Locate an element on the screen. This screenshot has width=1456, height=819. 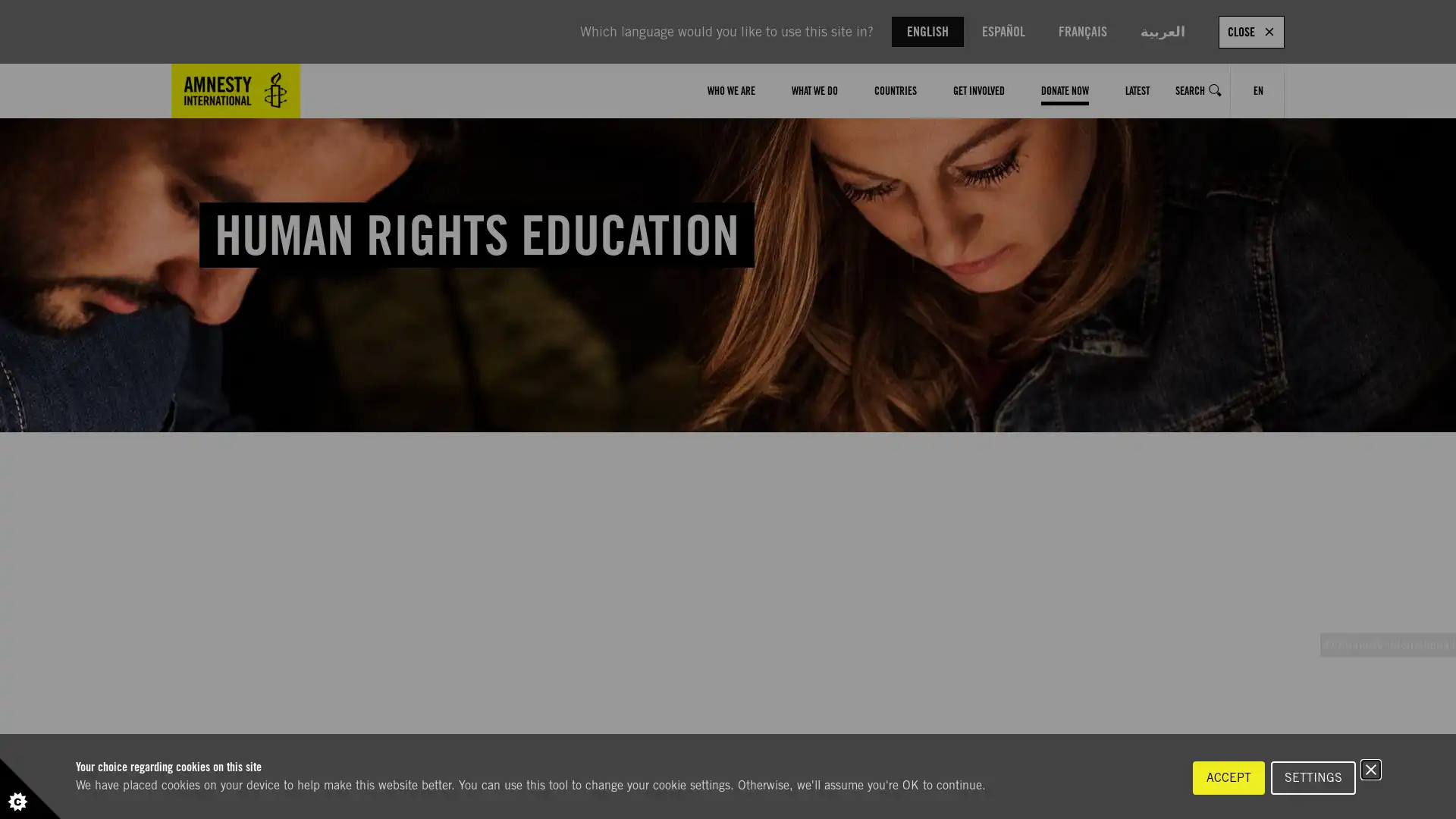
Show search form is located at coordinates (1216, 90).